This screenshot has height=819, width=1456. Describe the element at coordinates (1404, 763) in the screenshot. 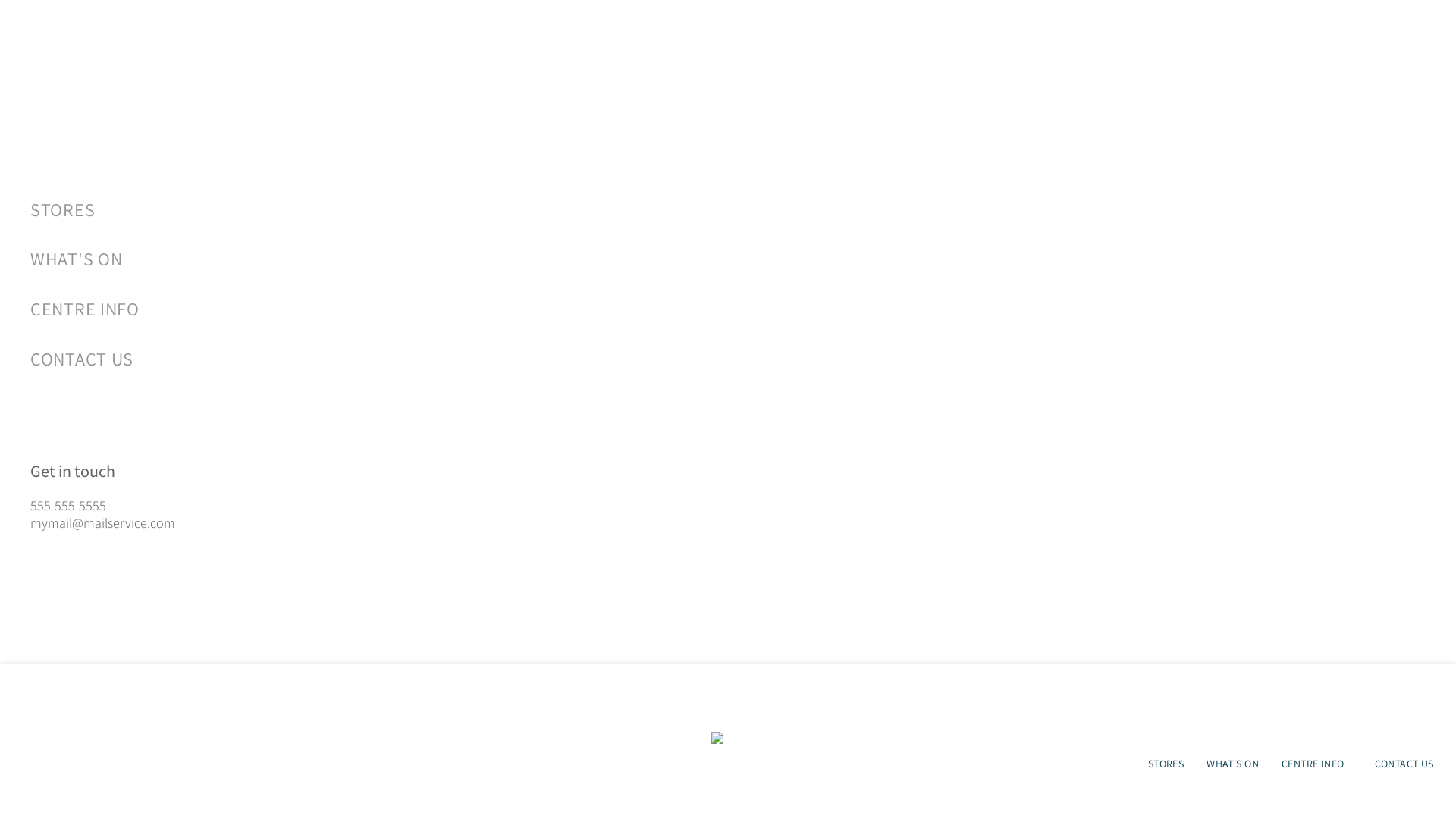

I see `'CONTACT US'` at that location.